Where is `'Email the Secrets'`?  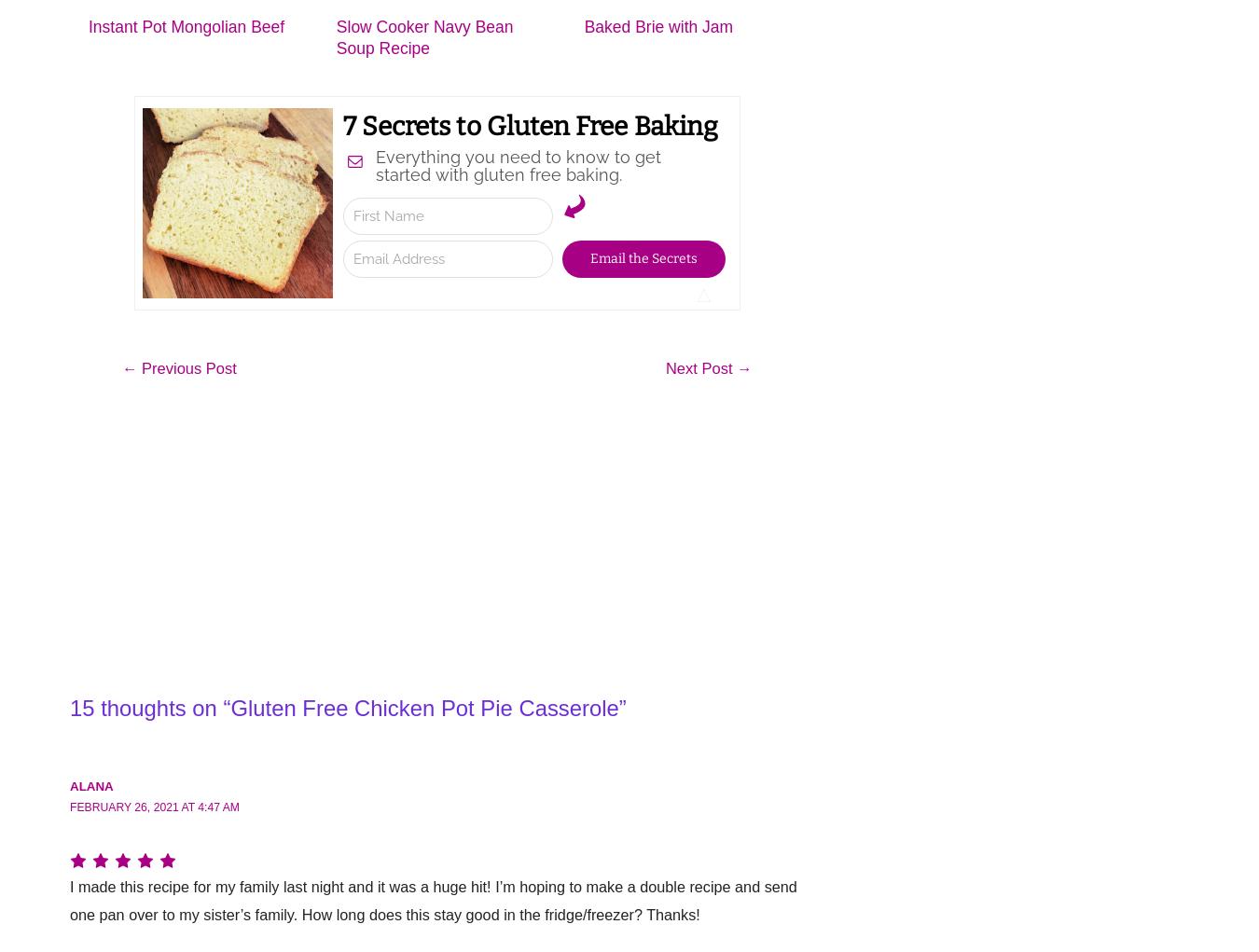 'Email the Secrets' is located at coordinates (642, 258).